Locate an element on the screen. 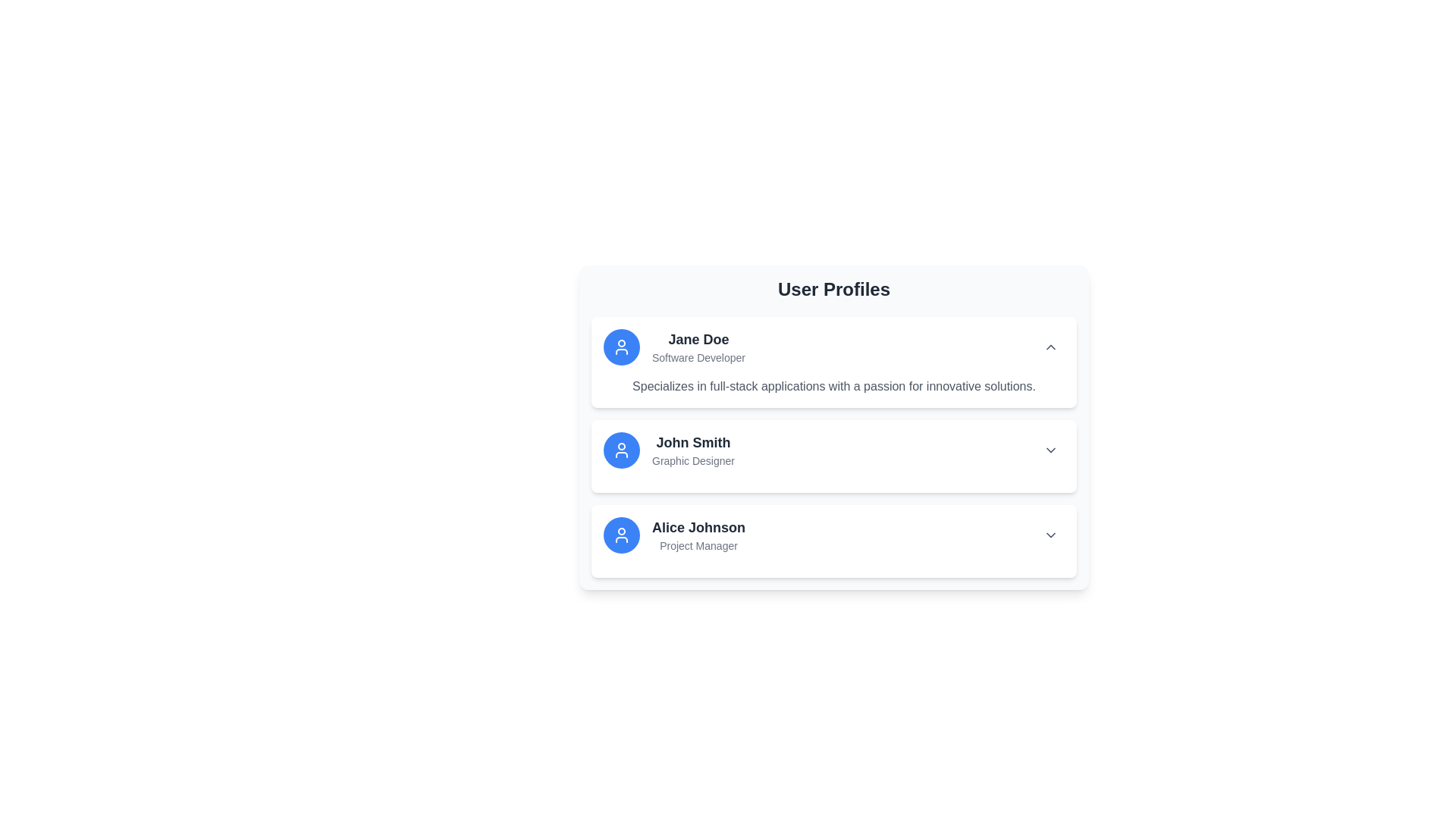 This screenshot has width=1456, height=819. the descriptive text element that displays information about Jane Doe's expertise, located at the bottom of the profile information section is located at coordinates (833, 385).